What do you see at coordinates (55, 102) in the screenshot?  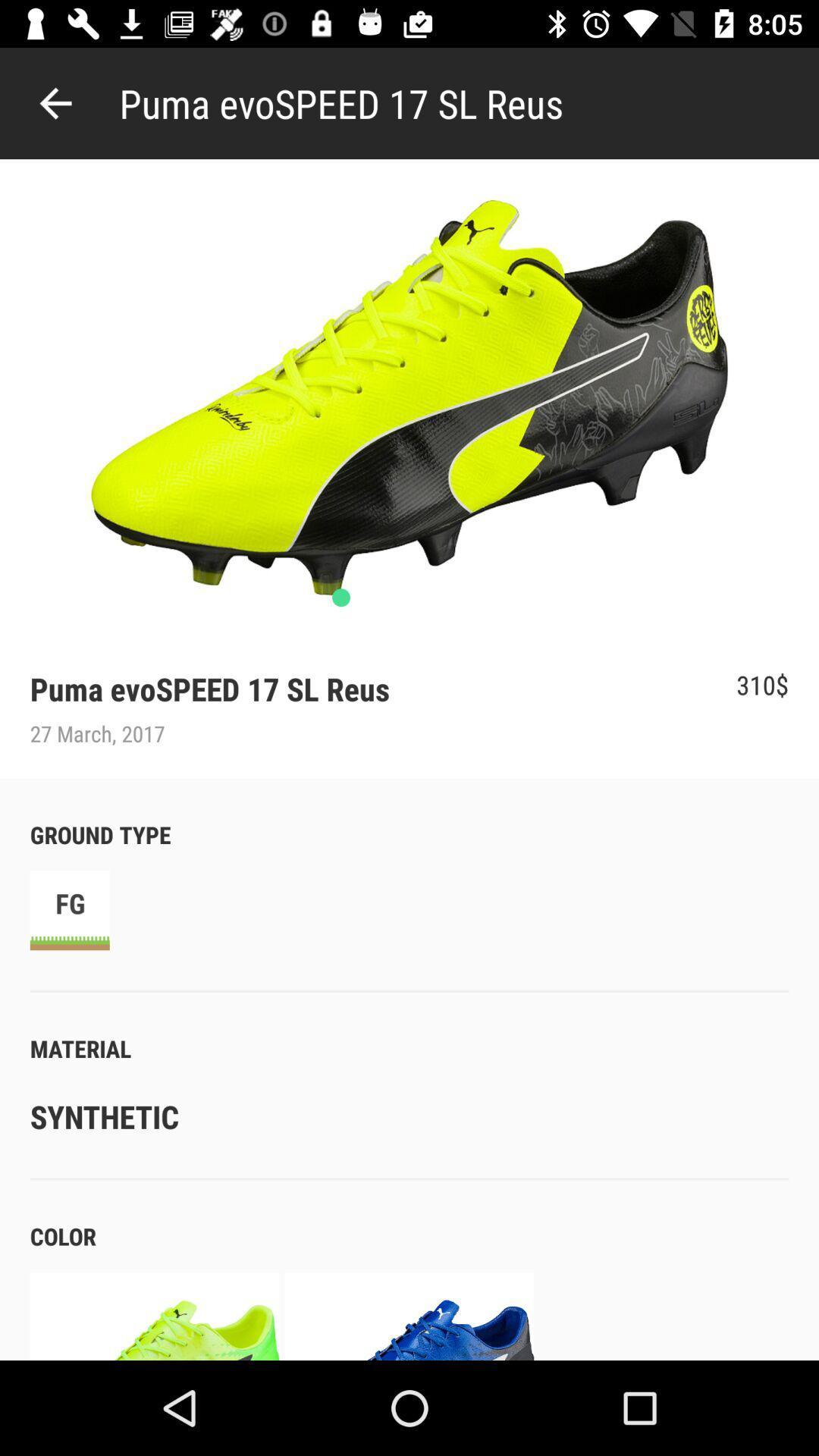 I see `the icon to the left of puma evospeed 17 app` at bounding box center [55, 102].